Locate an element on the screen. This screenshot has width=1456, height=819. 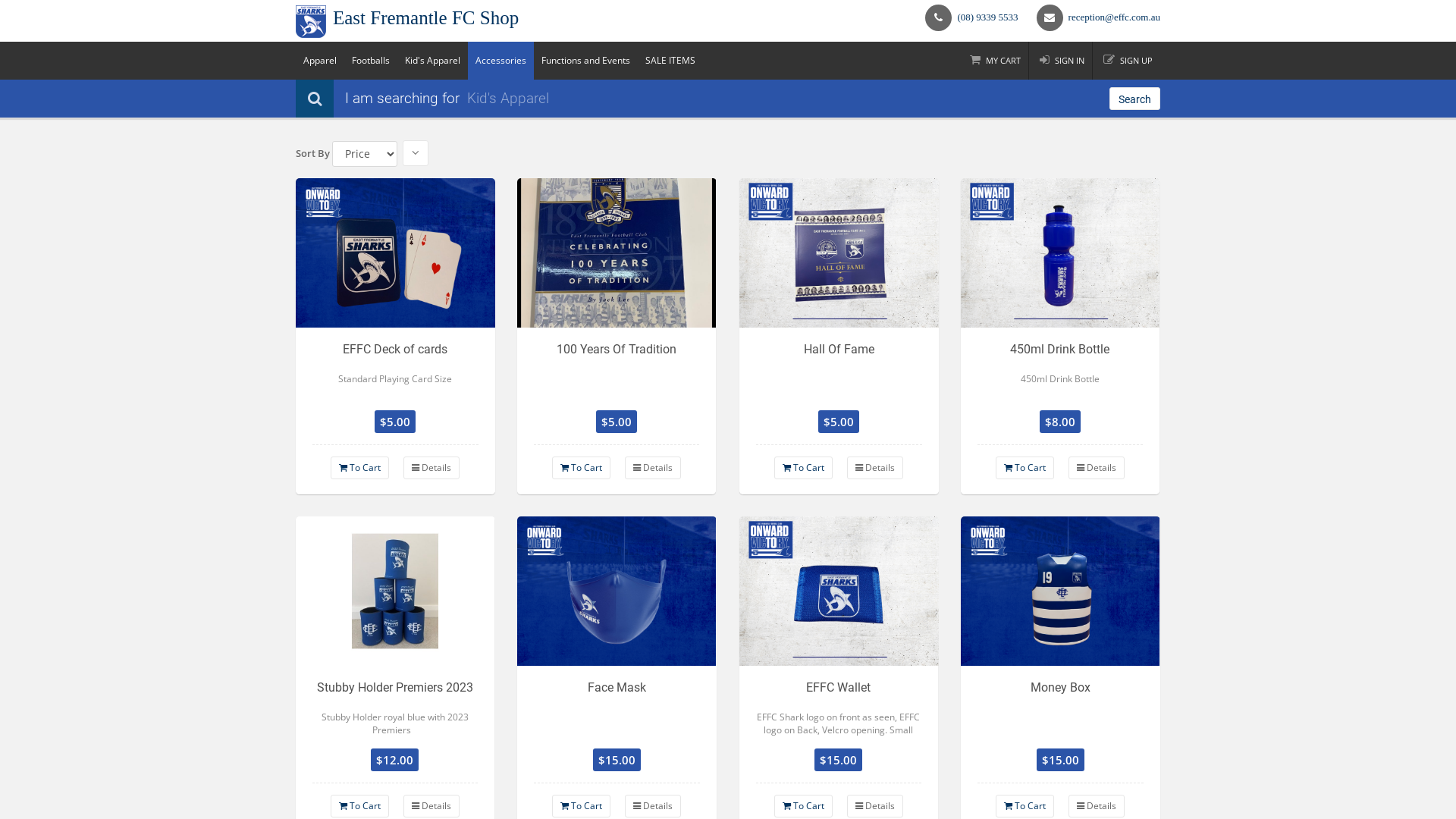
'Footballs' is located at coordinates (371, 60).